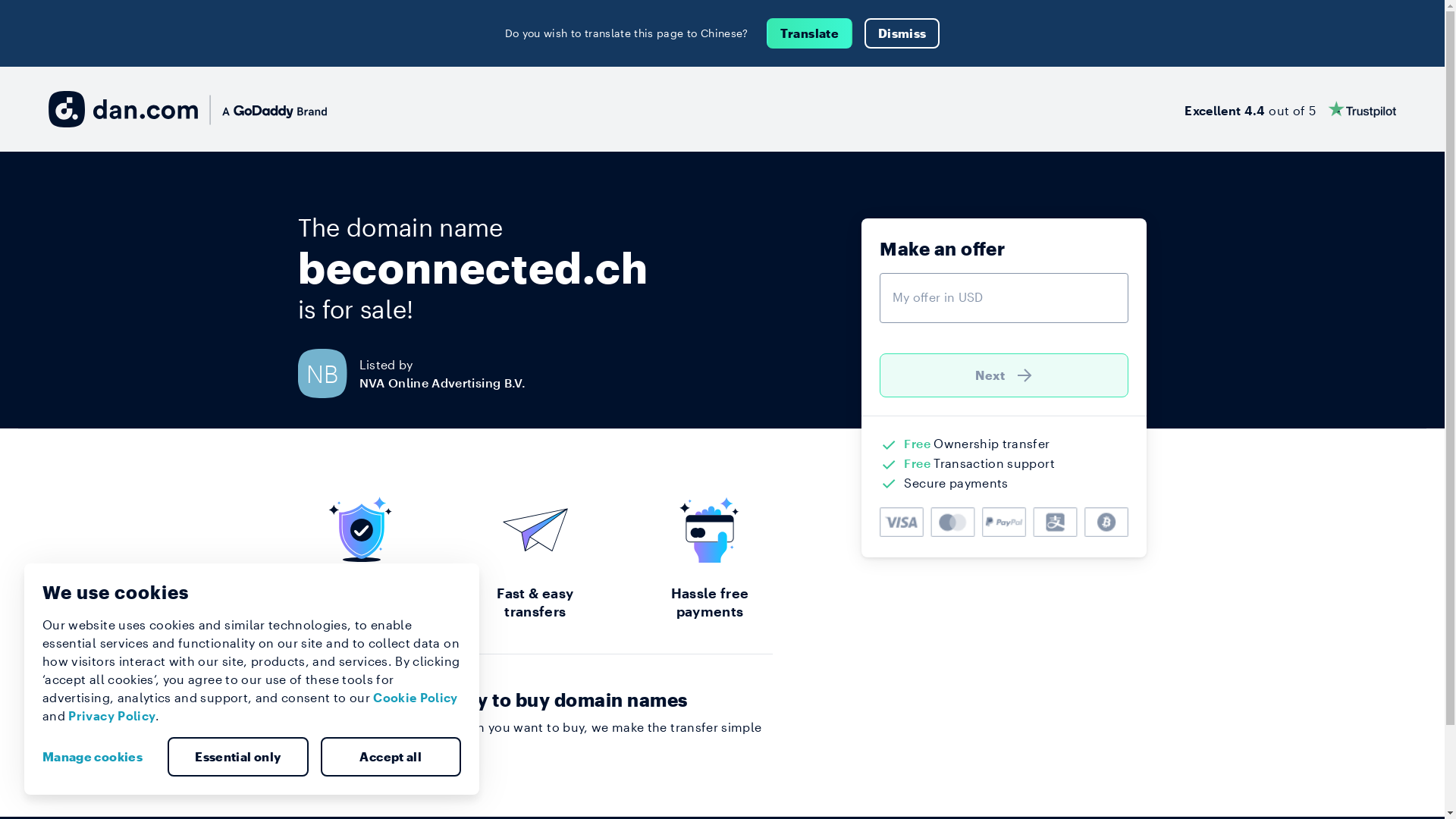  I want to click on 'Dismiss', so click(902, 33).